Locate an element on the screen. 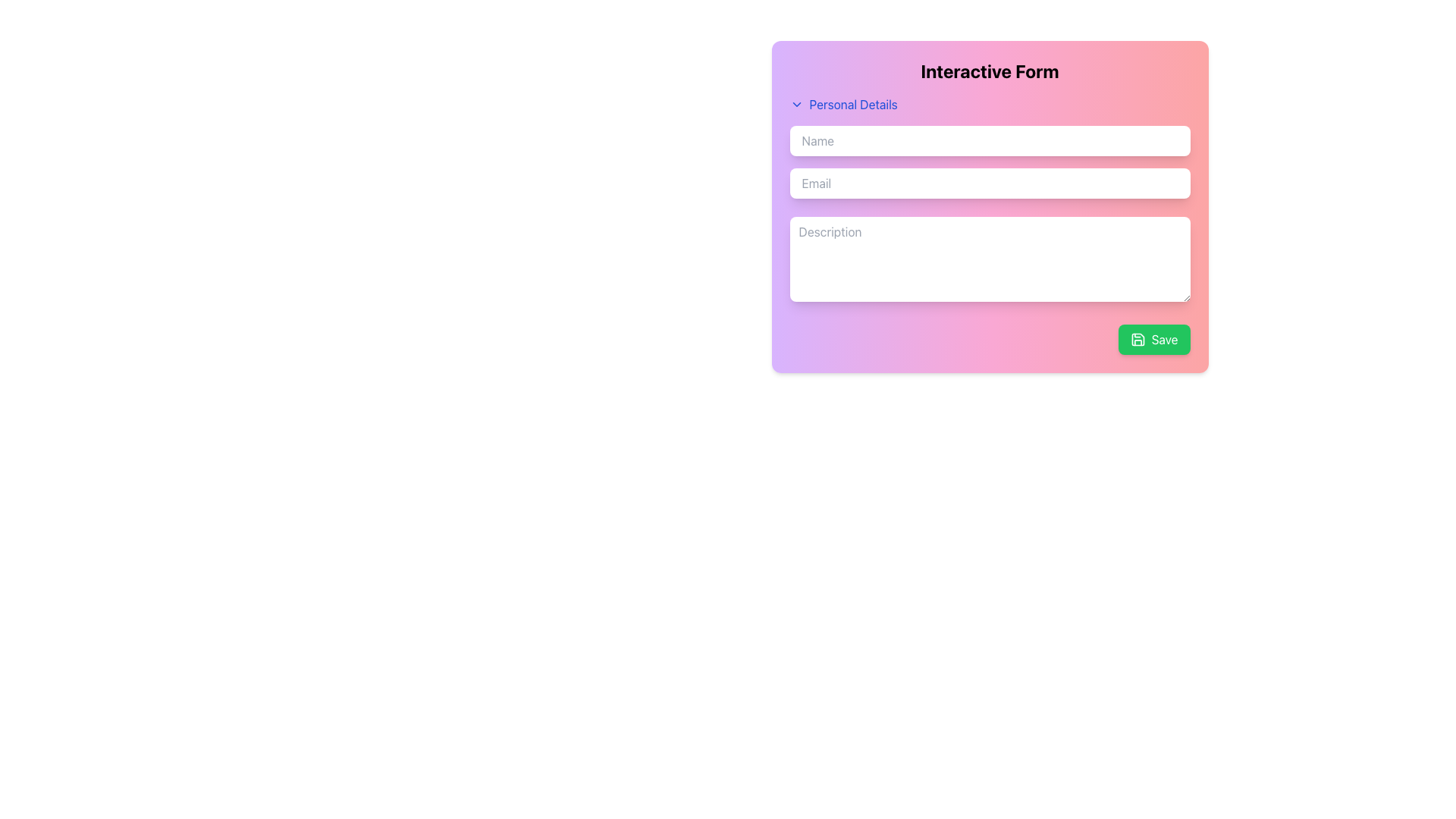 This screenshot has width=1456, height=819. the chevron icon located to the left of the 'Personal Details' label is located at coordinates (795, 104).